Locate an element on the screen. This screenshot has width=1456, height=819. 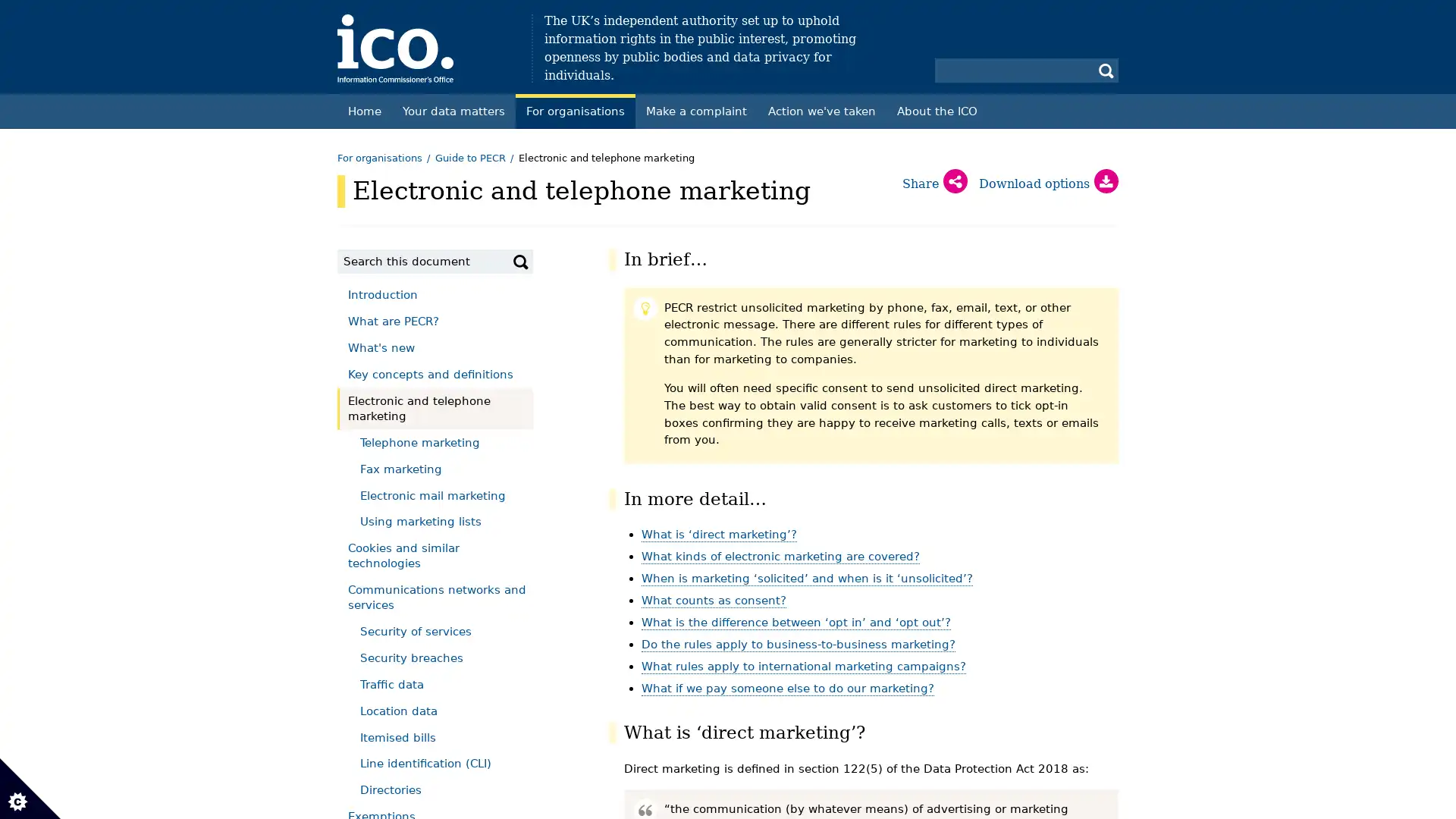
Search is located at coordinates (1106, 70).